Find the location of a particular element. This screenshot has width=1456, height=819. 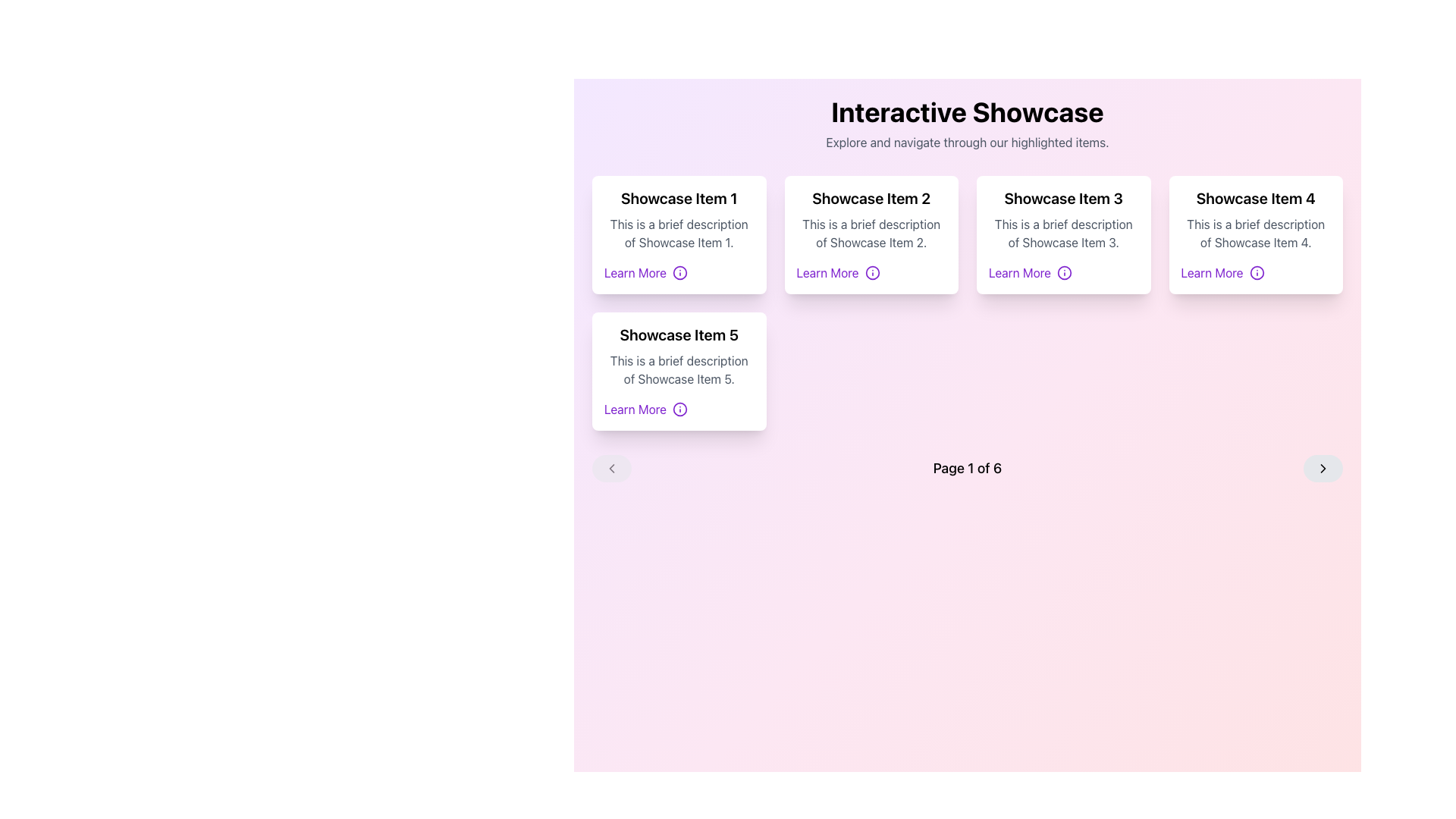

the hyperlink located at the bottom section of the card labeled 'Showcase Item 5' is located at coordinates (678, 409).